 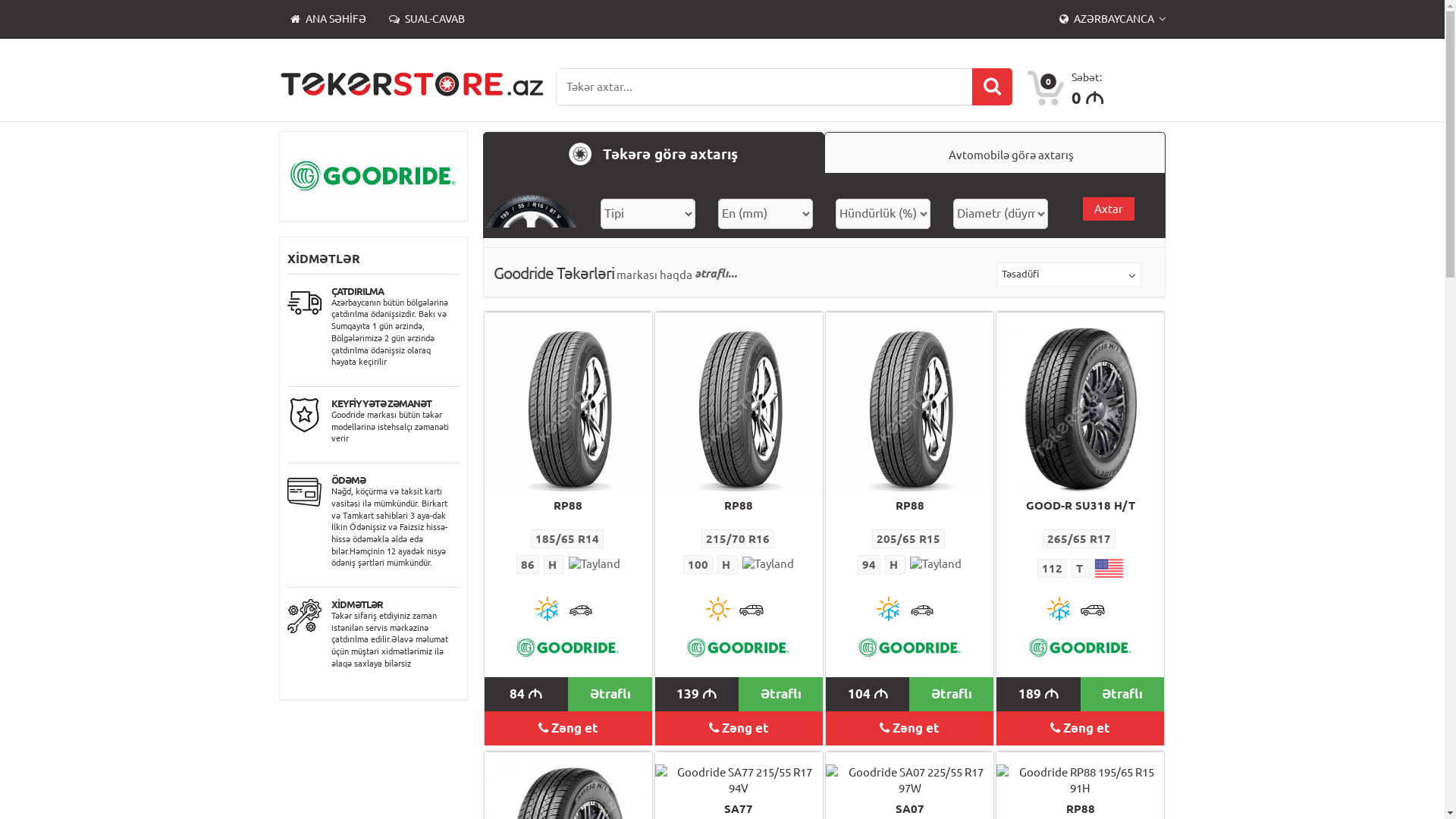 What do you see at coordinates (425, 18) in the screenshot?
I see `'SUAL-CAVAB'` at bounding box center [425, 18].